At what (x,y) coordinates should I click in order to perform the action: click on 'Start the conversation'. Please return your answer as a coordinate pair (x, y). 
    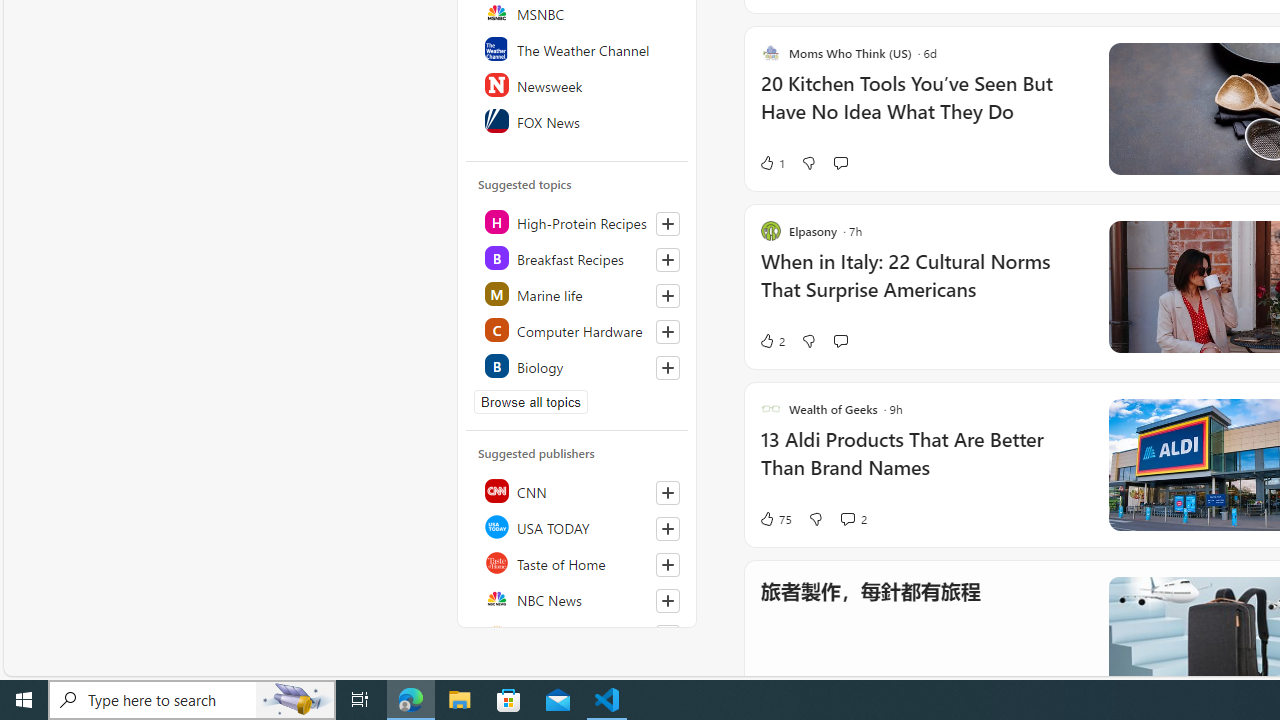
    Looking at the image, I should click on (840, 339).